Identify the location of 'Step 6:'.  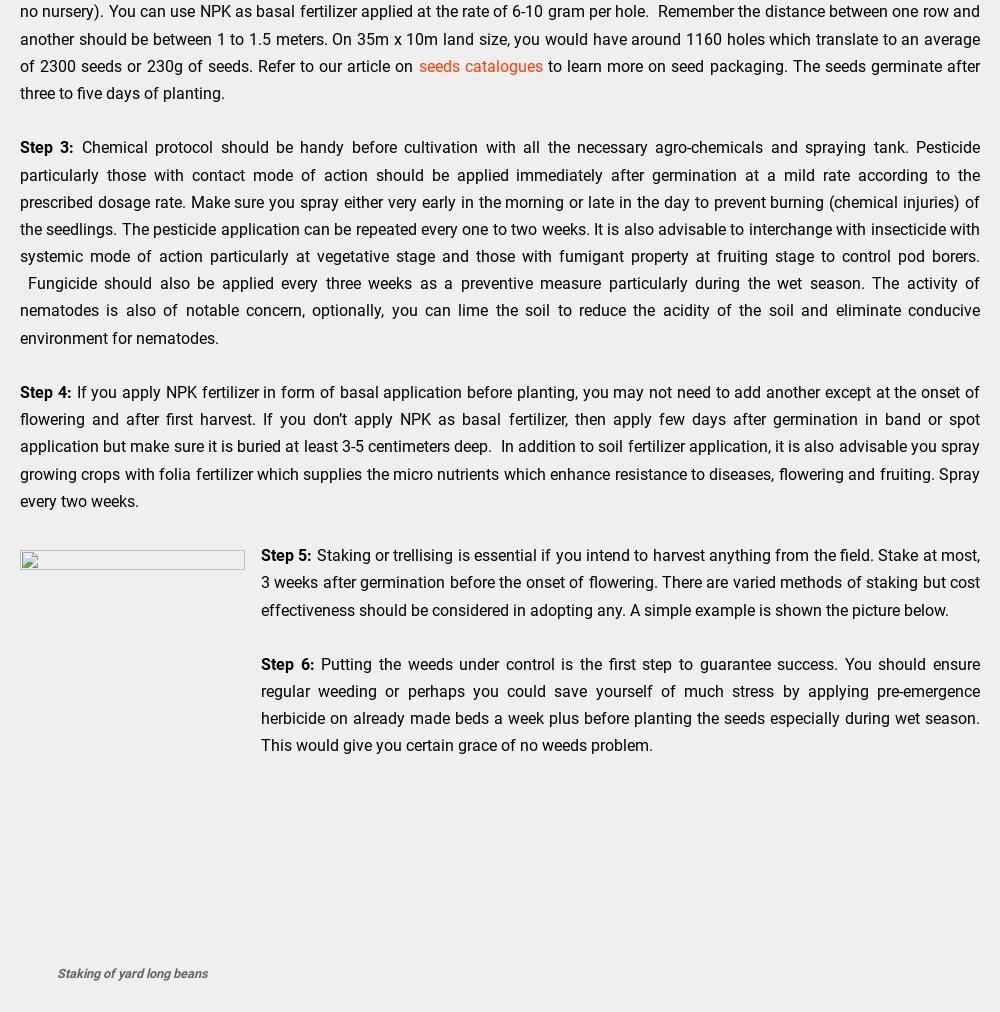
(287, 663).